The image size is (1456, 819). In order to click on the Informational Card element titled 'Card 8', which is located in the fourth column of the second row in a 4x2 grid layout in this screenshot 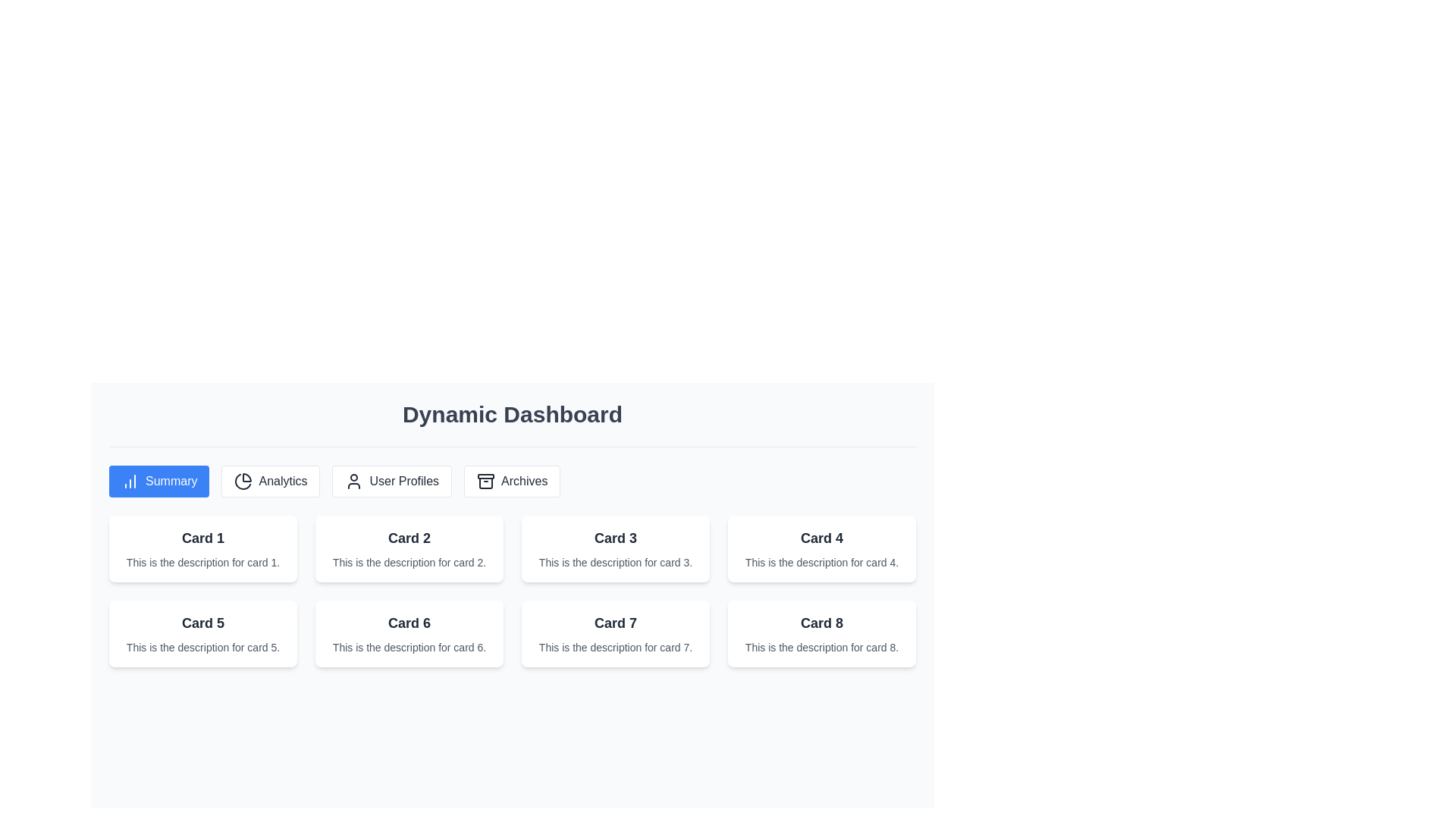, I will do `click(821, 634)`.